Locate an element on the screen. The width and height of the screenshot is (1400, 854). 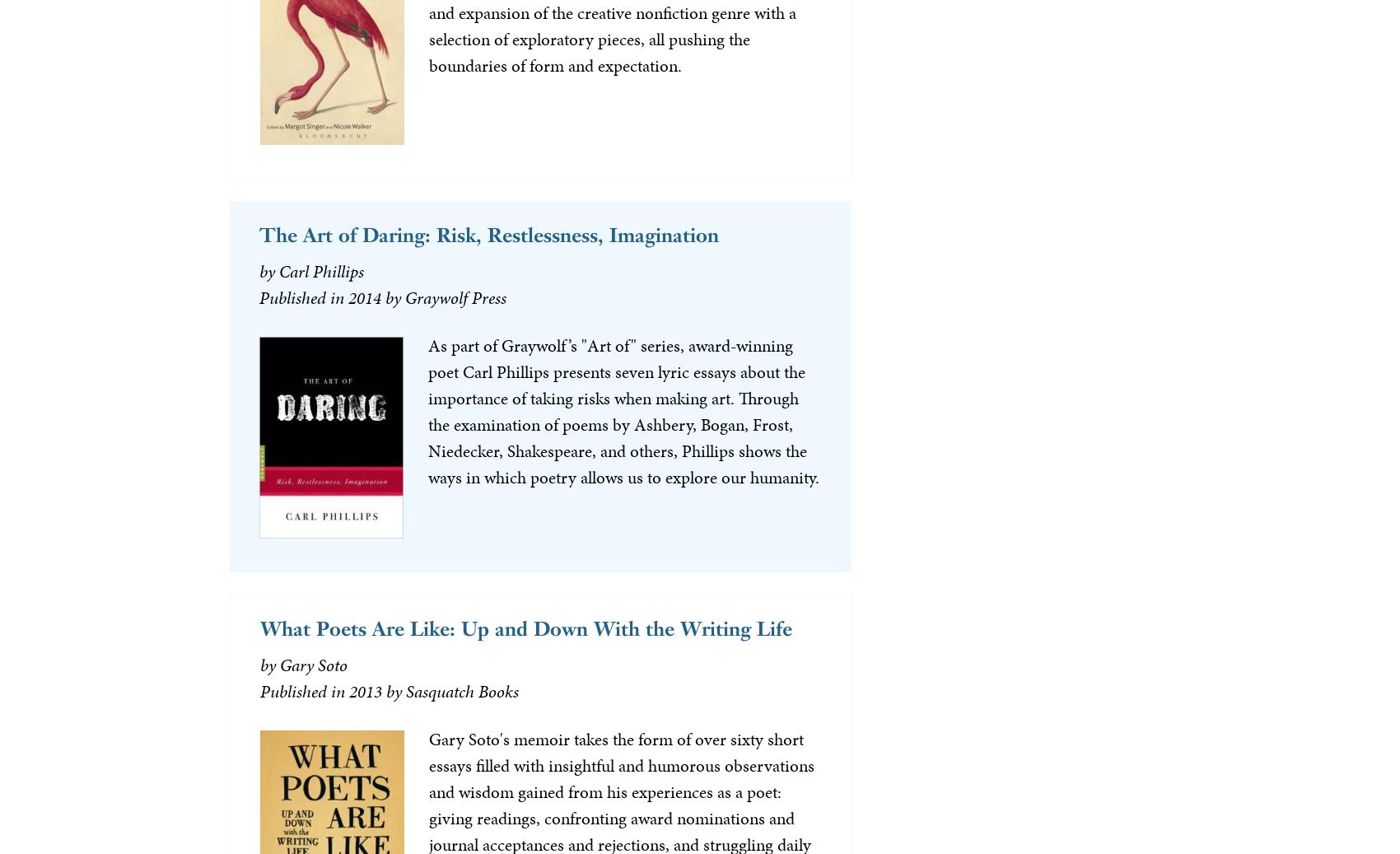
'Carl Phillips' is located at coordinates (320, 270).